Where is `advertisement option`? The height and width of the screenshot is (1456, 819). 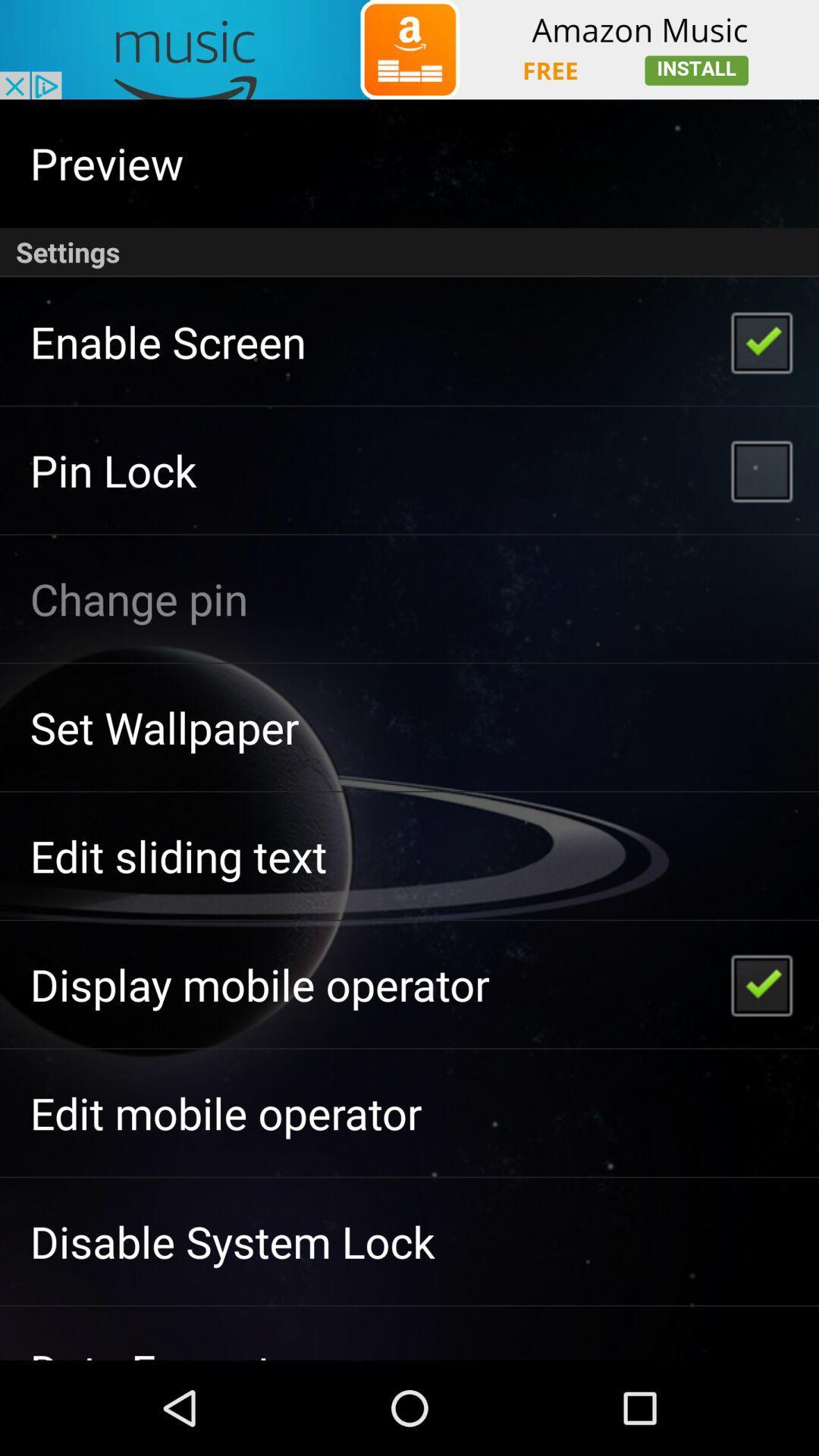 advertisement option is located at coordinates (409, 49).